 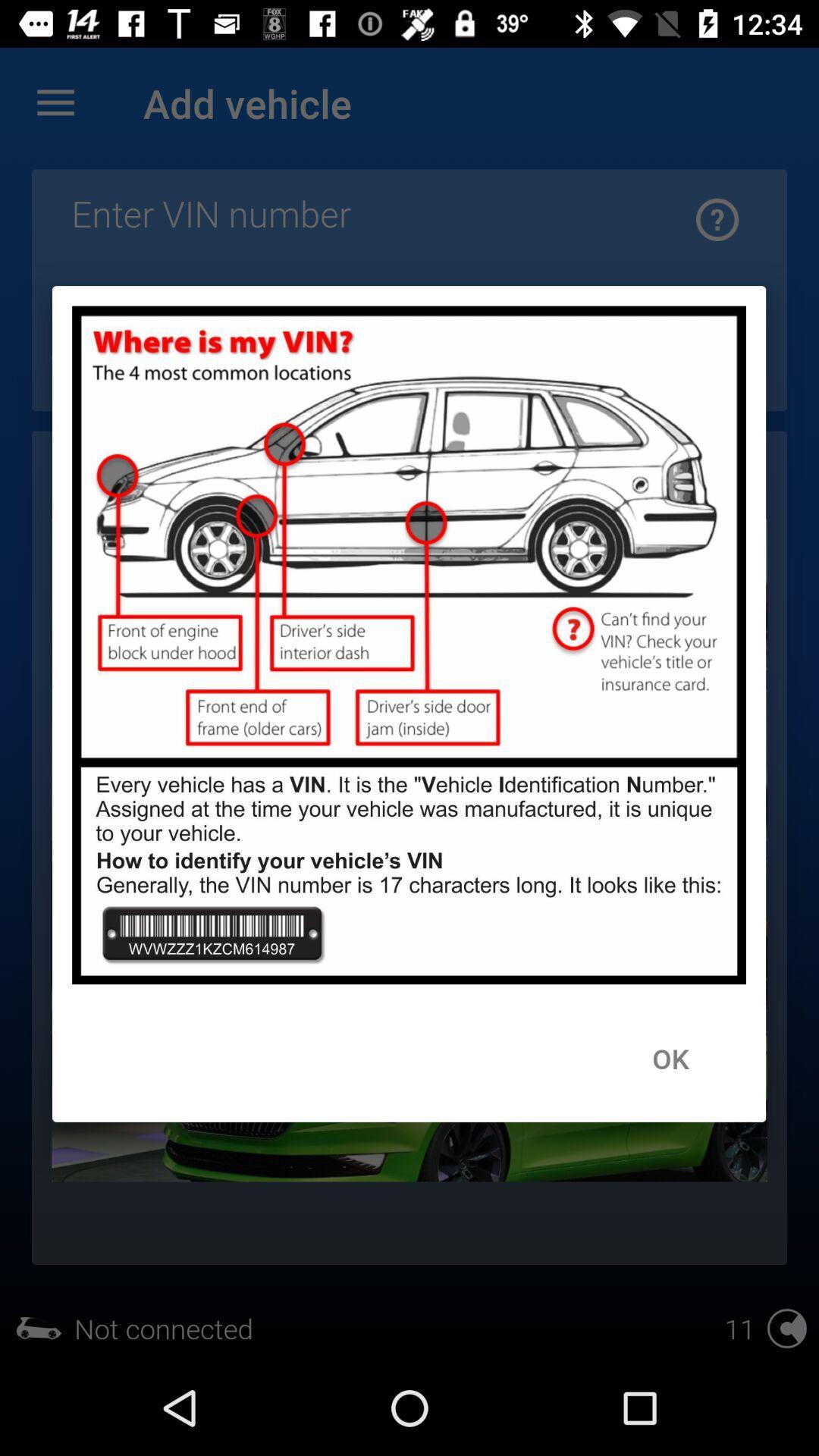 I want to click on ok icon, so click(x=670, y=1057).